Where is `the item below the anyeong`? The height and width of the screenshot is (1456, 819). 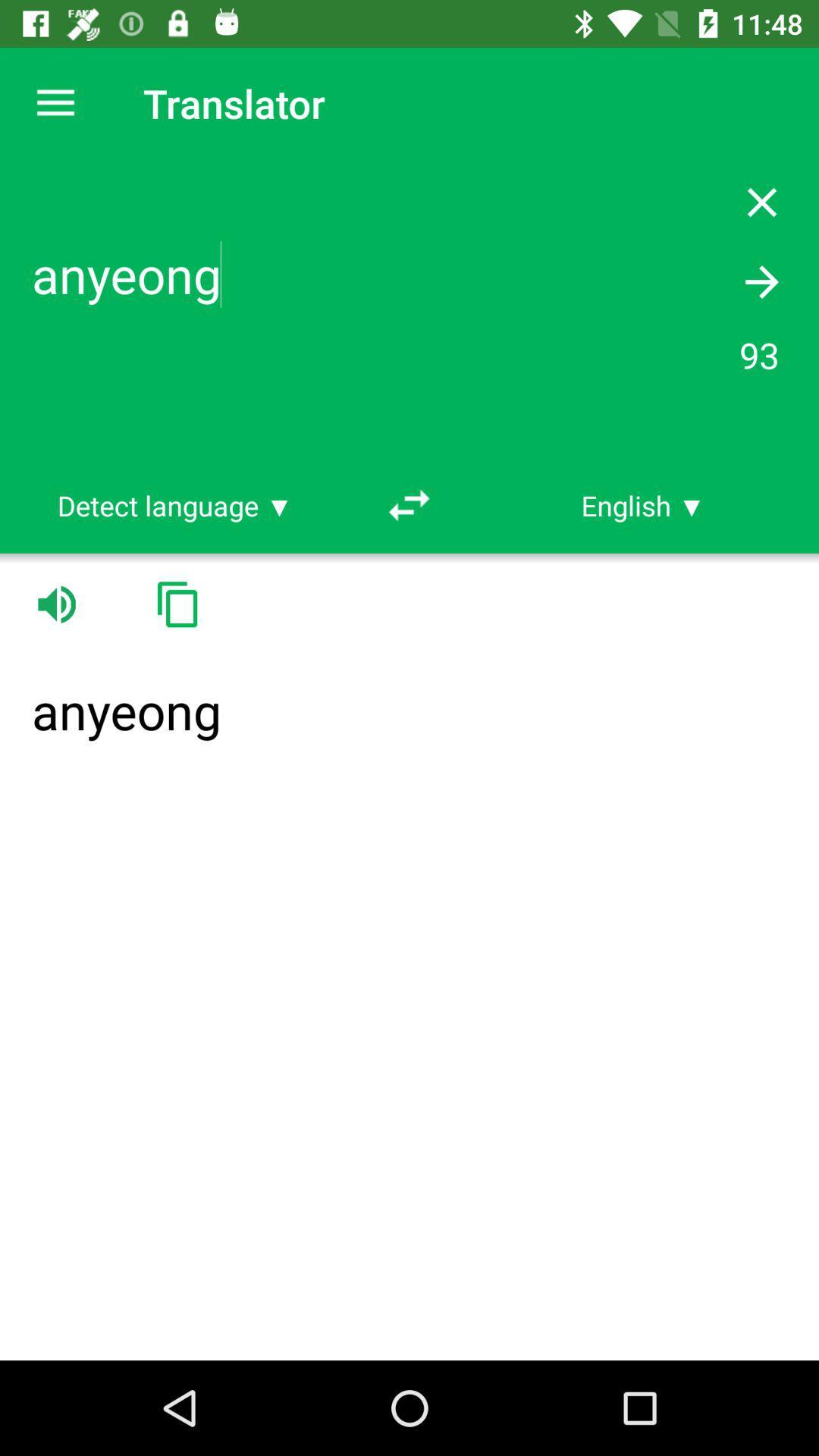
the item below the anyeong is located at coordinates (643, 505).